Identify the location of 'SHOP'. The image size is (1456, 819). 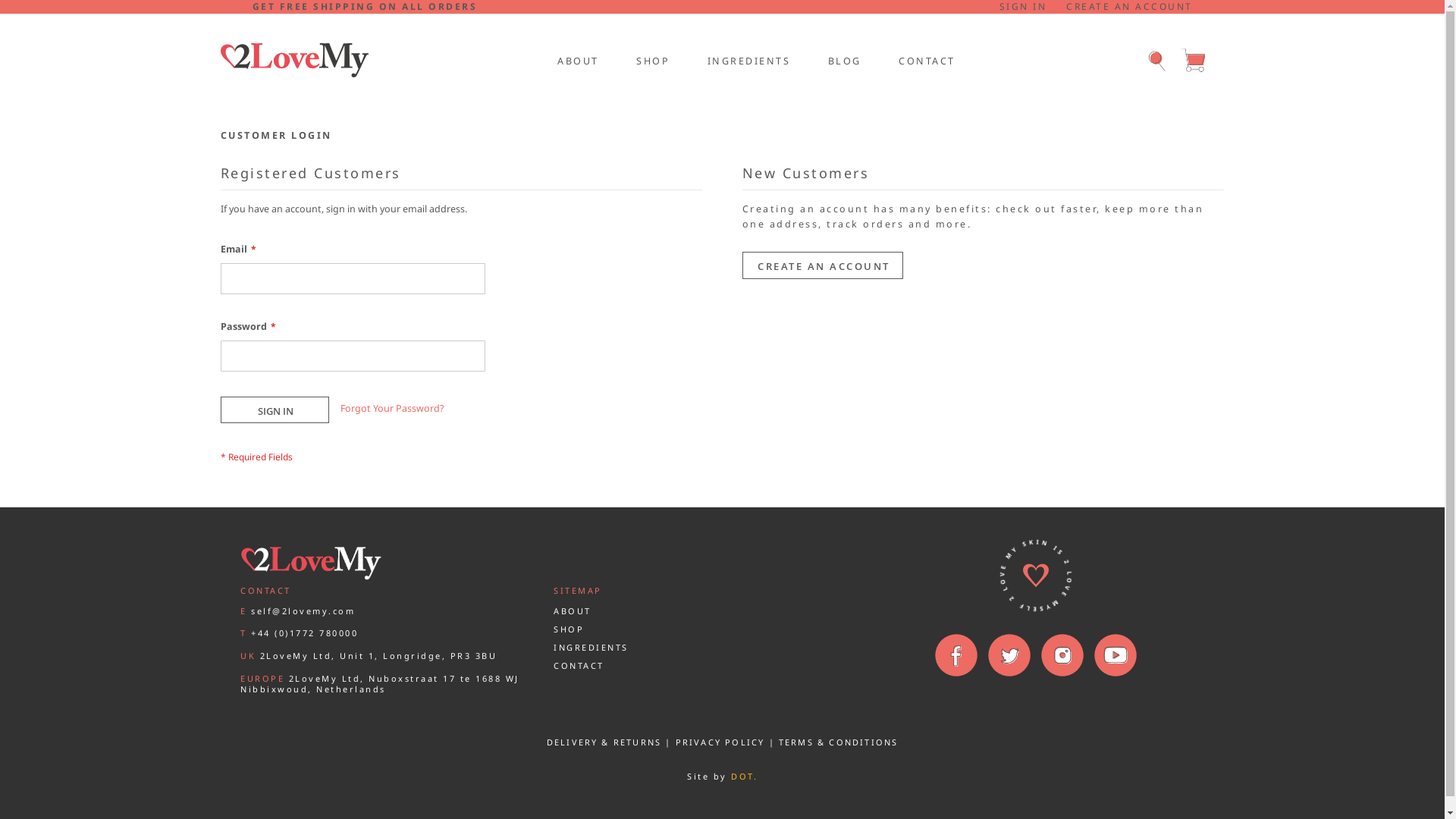
(651, 58).